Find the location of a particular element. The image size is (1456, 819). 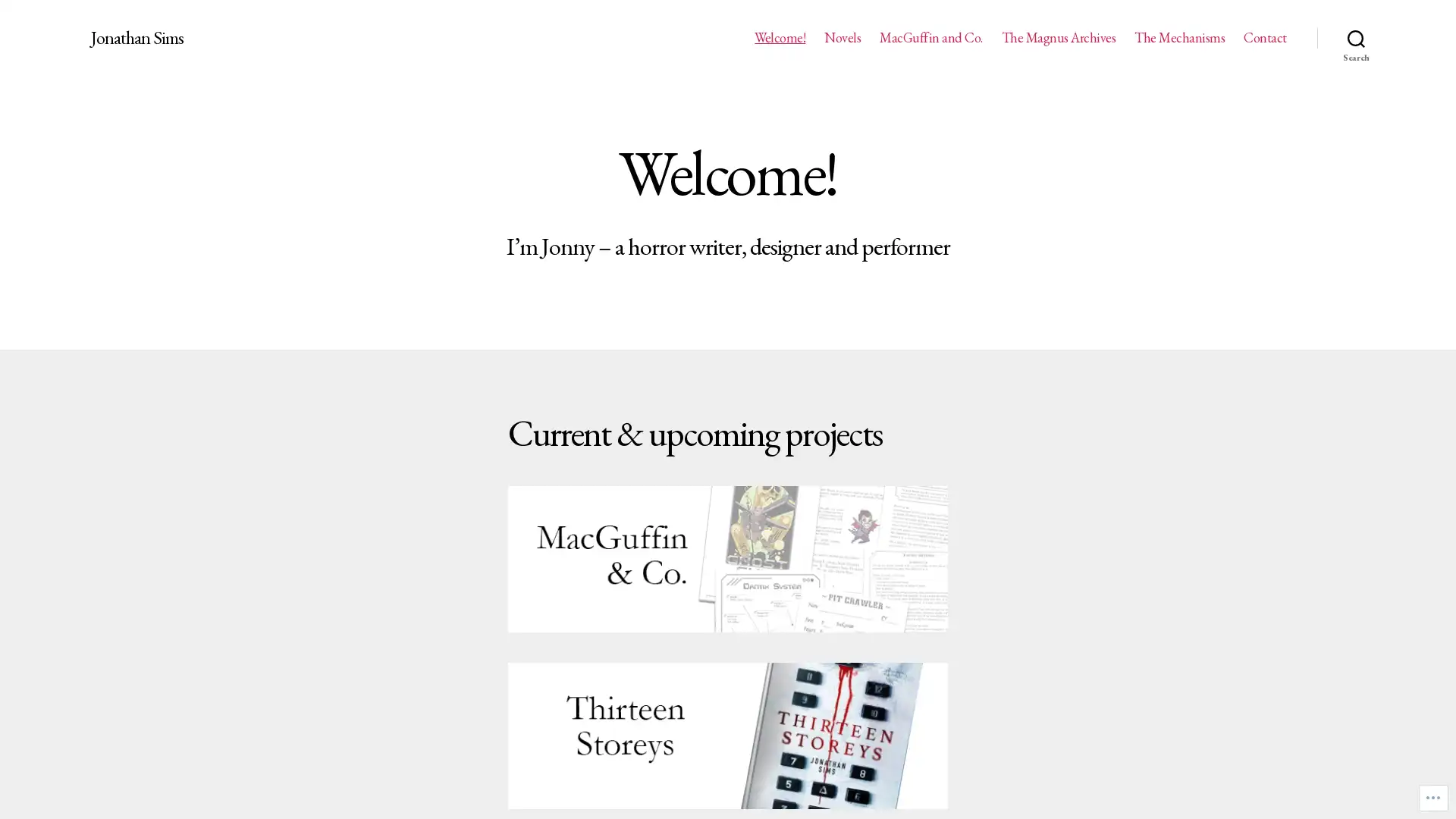

Search is located at coordinates (1356, 37).